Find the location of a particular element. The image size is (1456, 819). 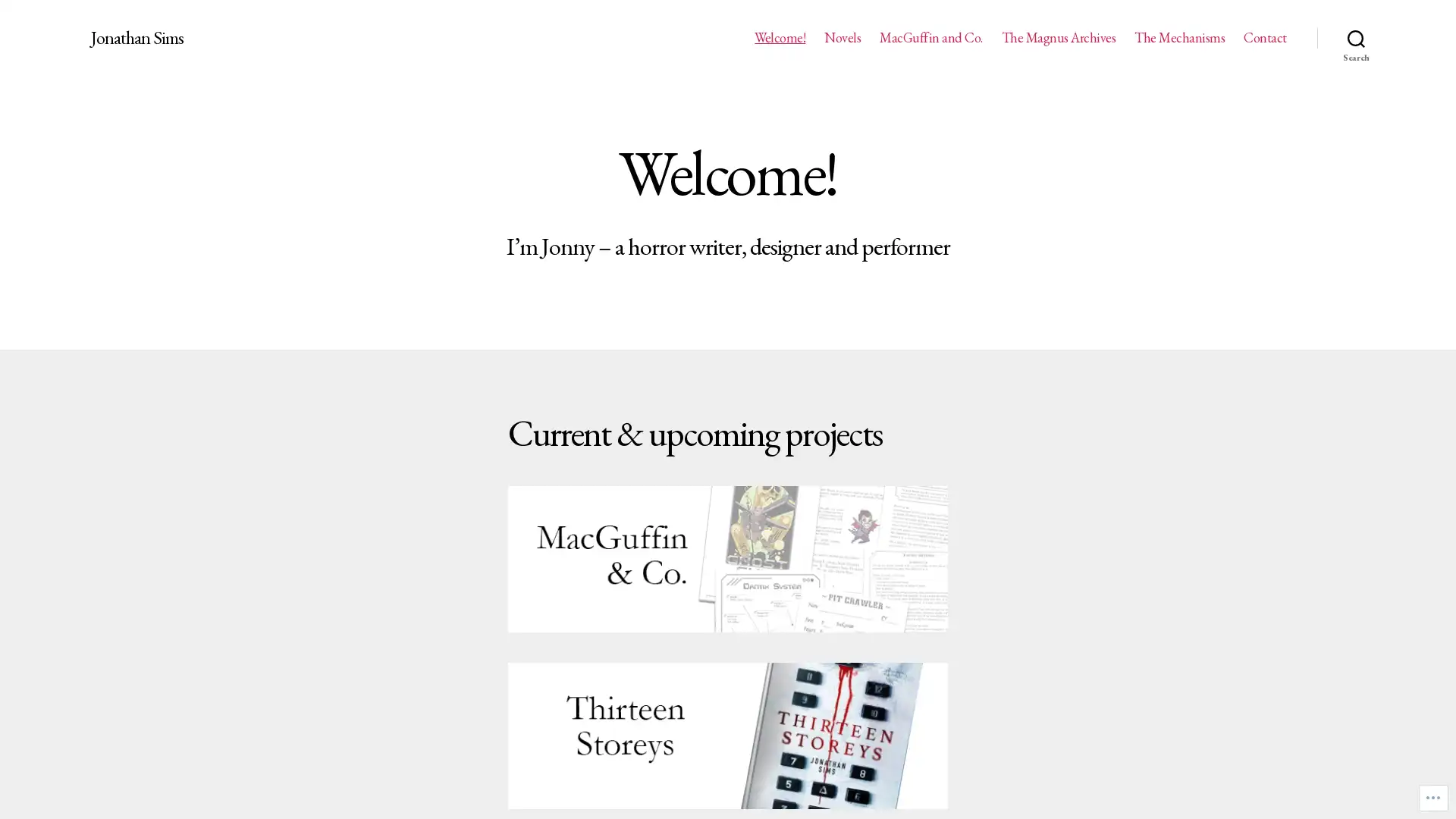

Search is located at coordinates (1356, 37).